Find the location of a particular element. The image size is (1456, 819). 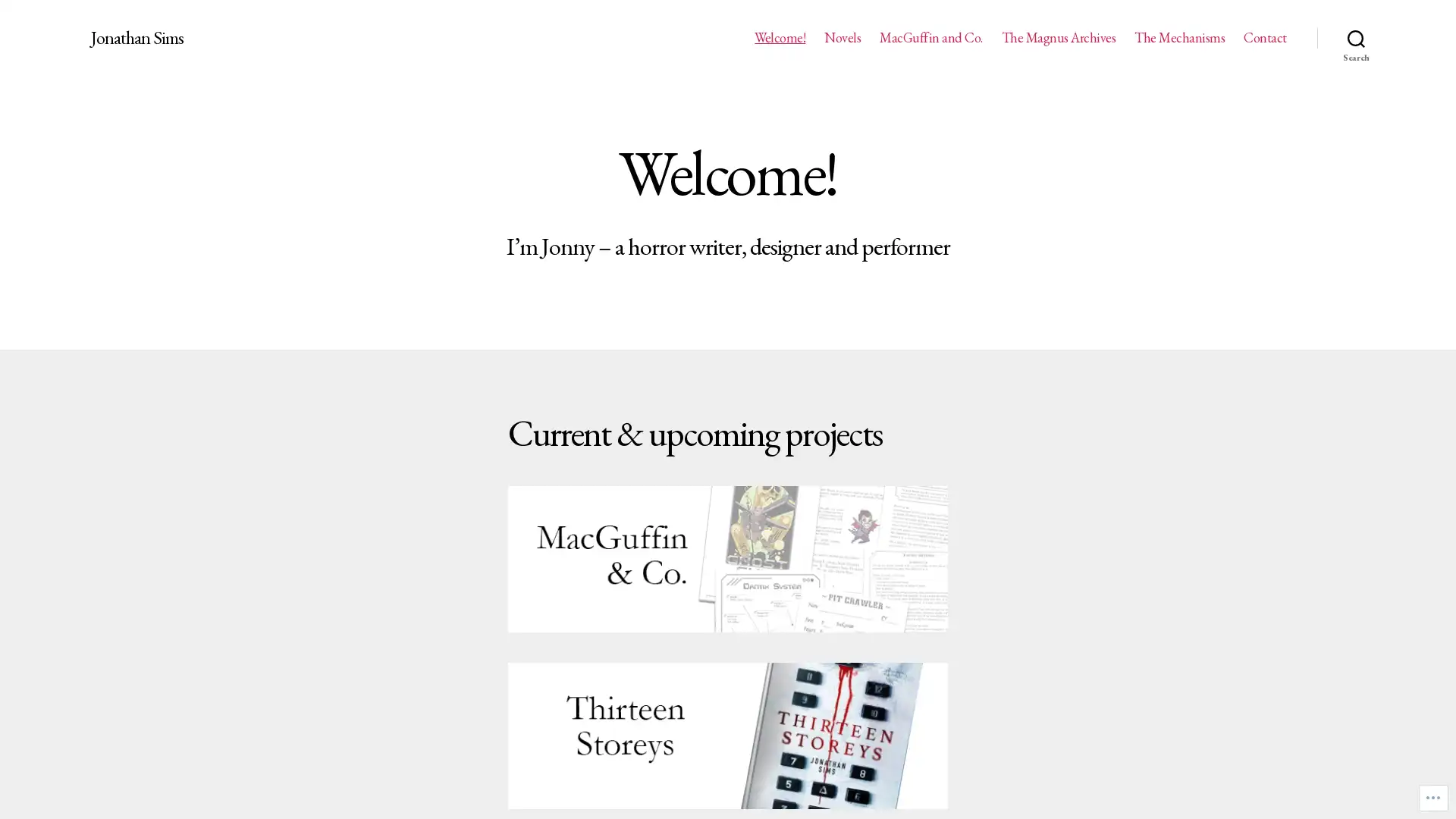

Search is located at coordinates (1356, 37).